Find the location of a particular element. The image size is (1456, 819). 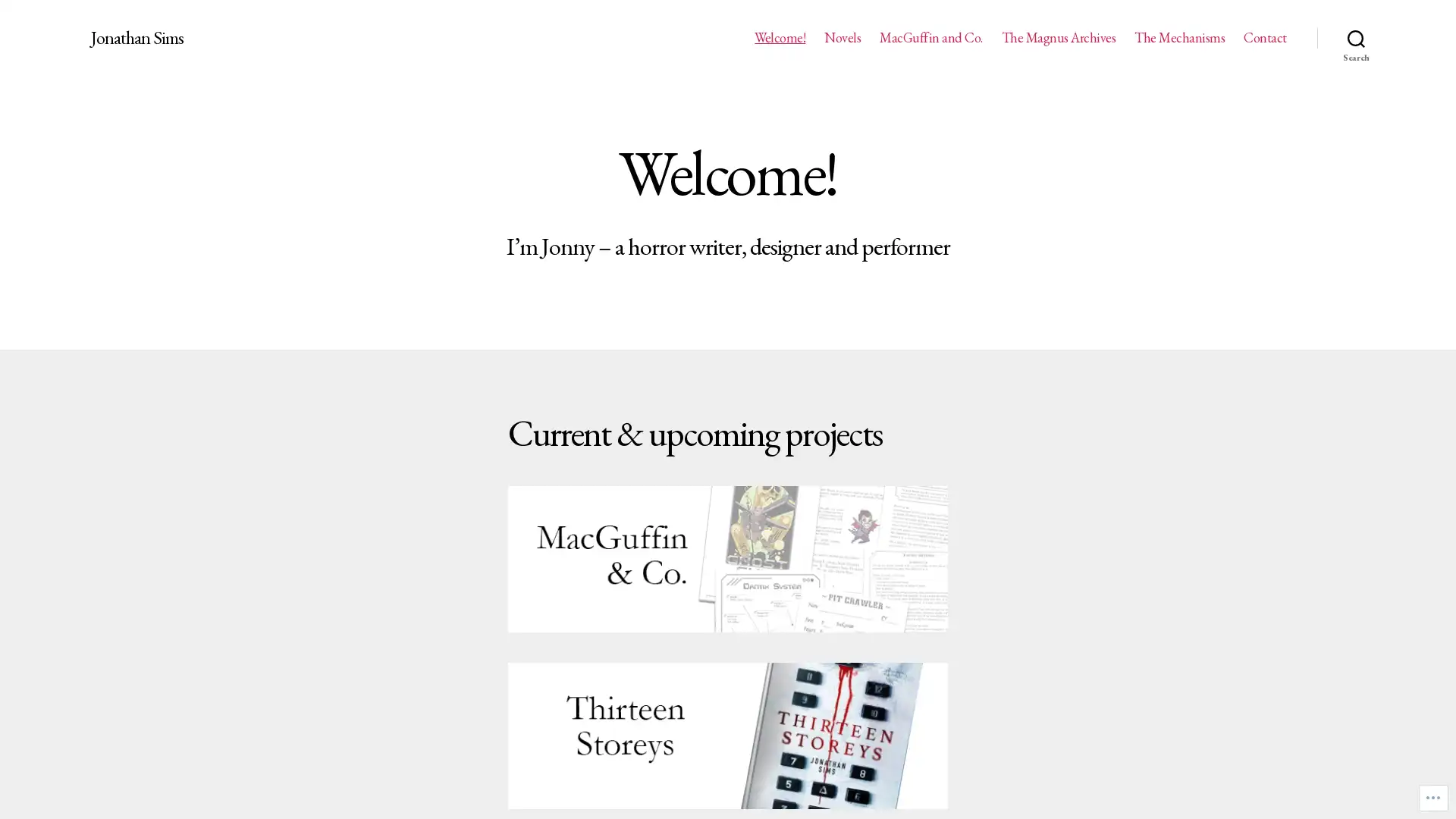

Search is located at coordinates (1356, 37).